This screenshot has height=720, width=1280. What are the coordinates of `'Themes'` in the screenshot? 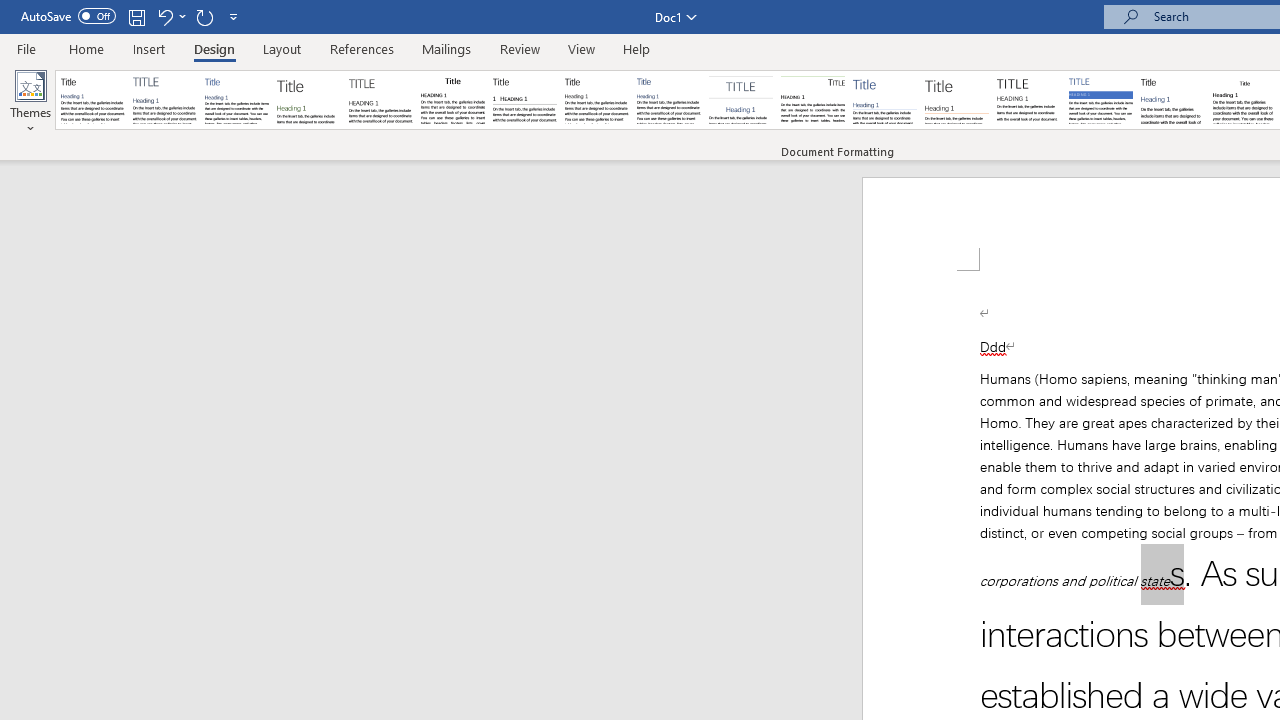 It's located at (30, 103).